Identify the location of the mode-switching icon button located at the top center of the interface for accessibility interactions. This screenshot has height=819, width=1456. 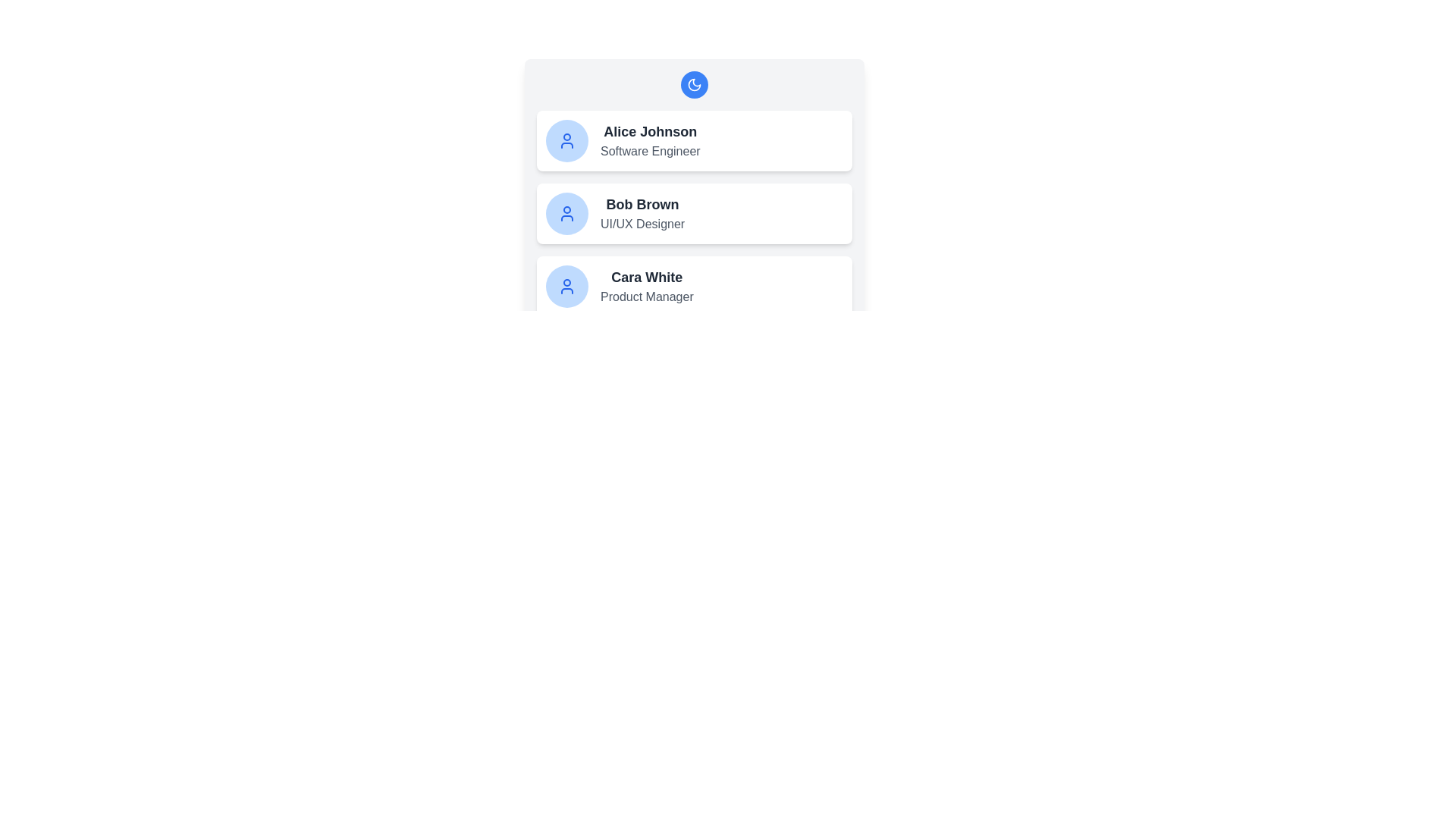
(694, 84).